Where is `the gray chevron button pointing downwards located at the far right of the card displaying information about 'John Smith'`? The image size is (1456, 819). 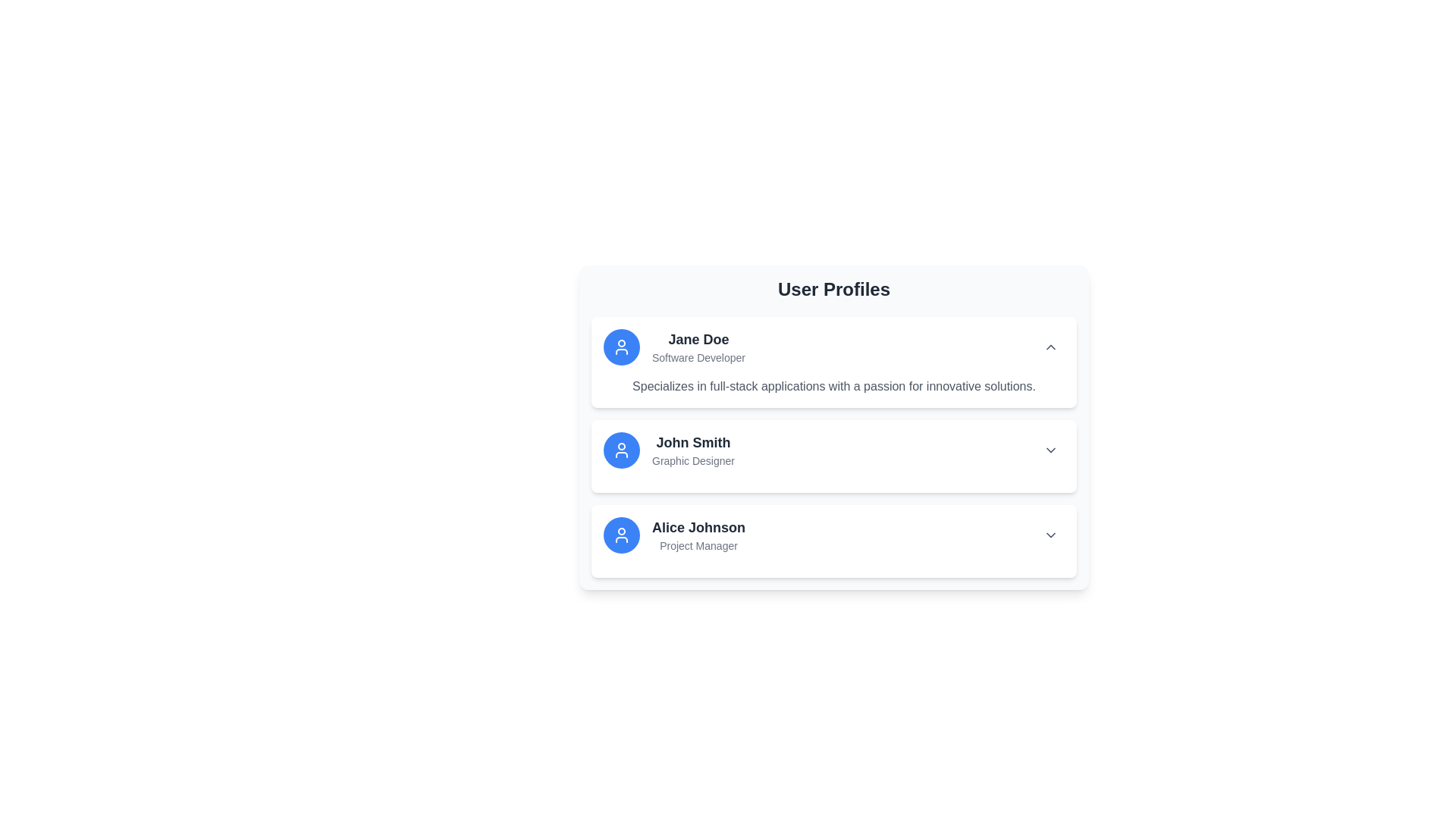
the gray chevron button pointing downwards located at the far right of the card displaying information about 'John Smith' is located at coordinates (1050, 450).